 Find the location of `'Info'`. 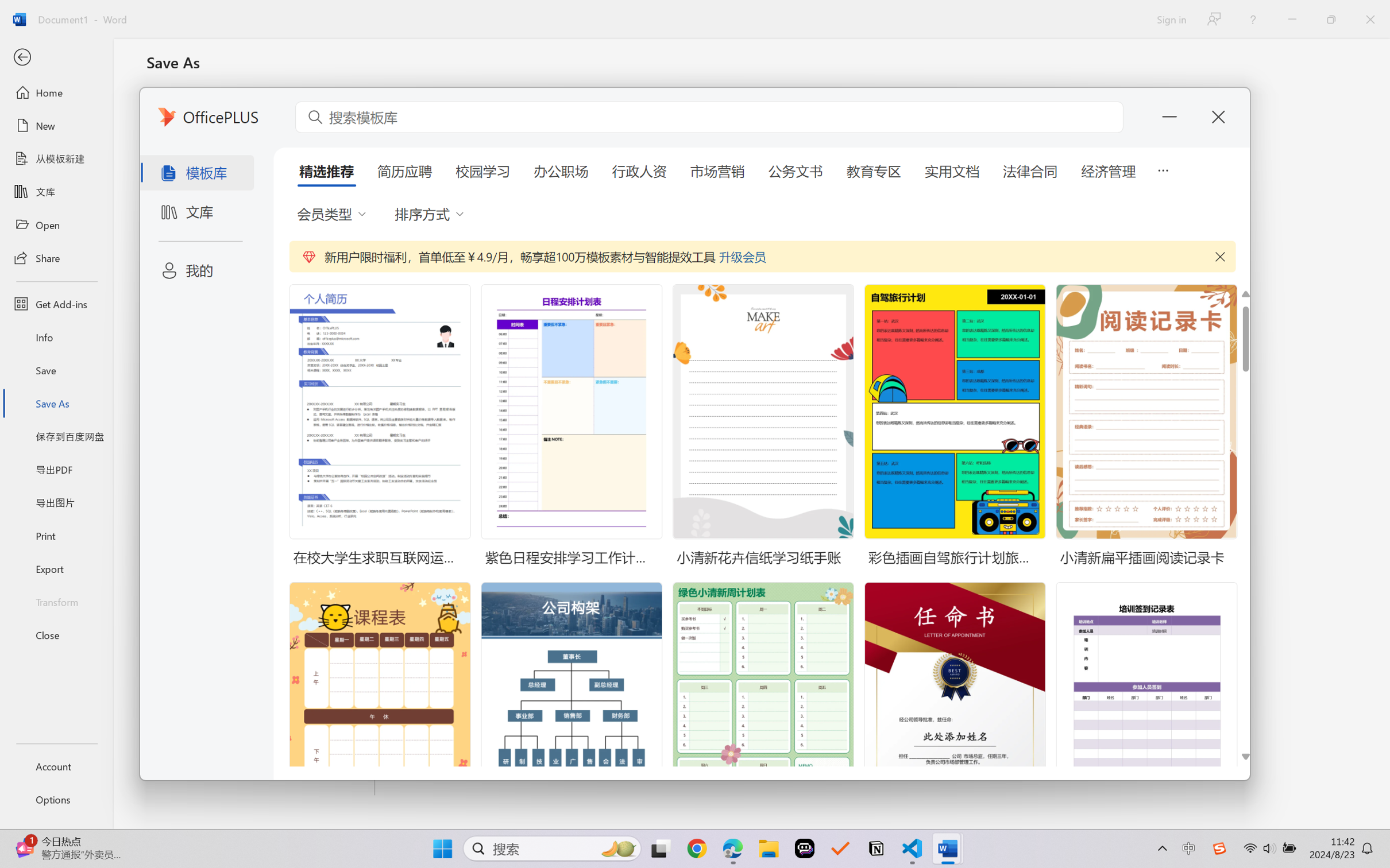

'Info' is located at coordinates (56, 336).